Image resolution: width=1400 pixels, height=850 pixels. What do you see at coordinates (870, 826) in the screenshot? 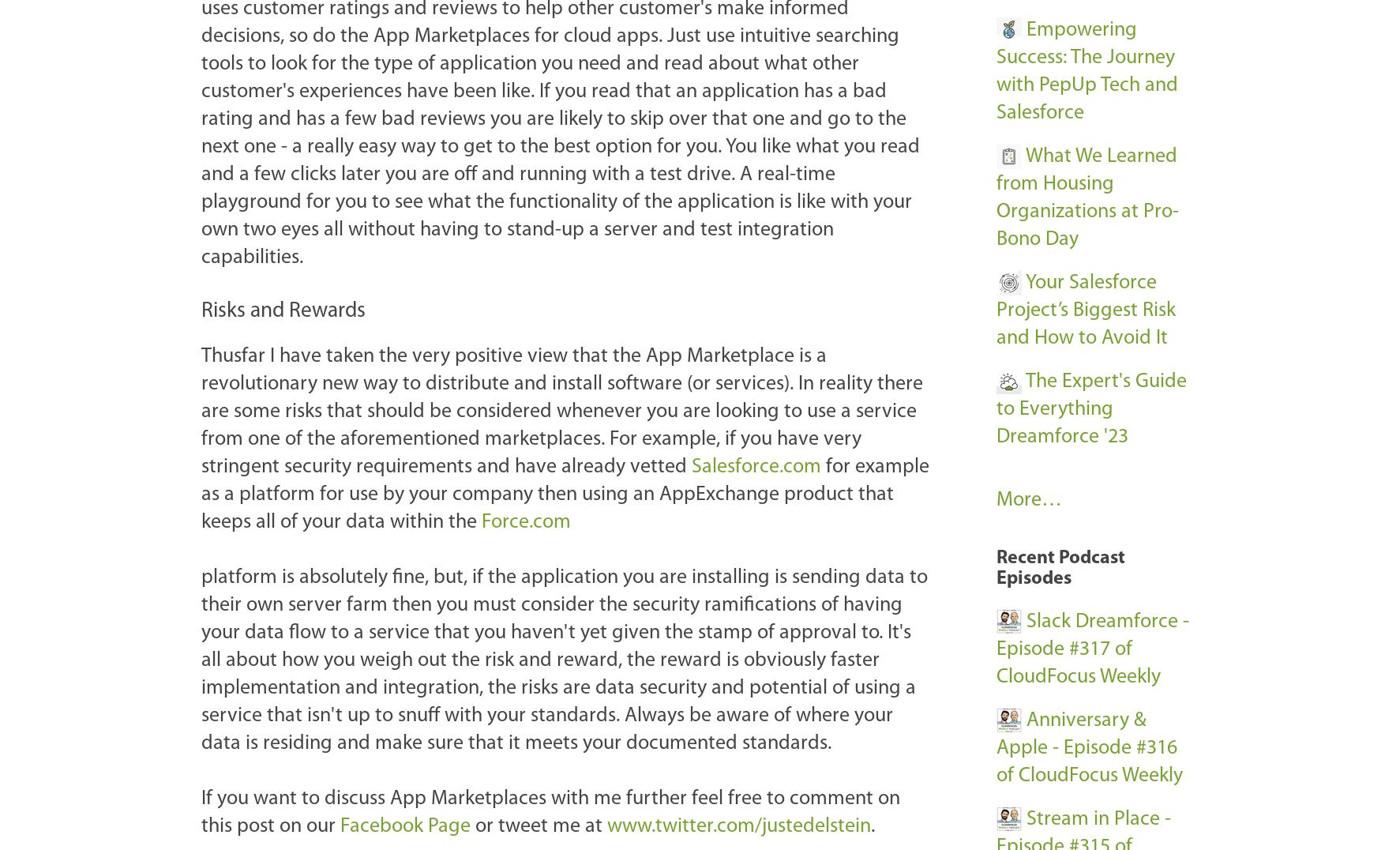
I see `'.'` at bounding box center [870, 826].